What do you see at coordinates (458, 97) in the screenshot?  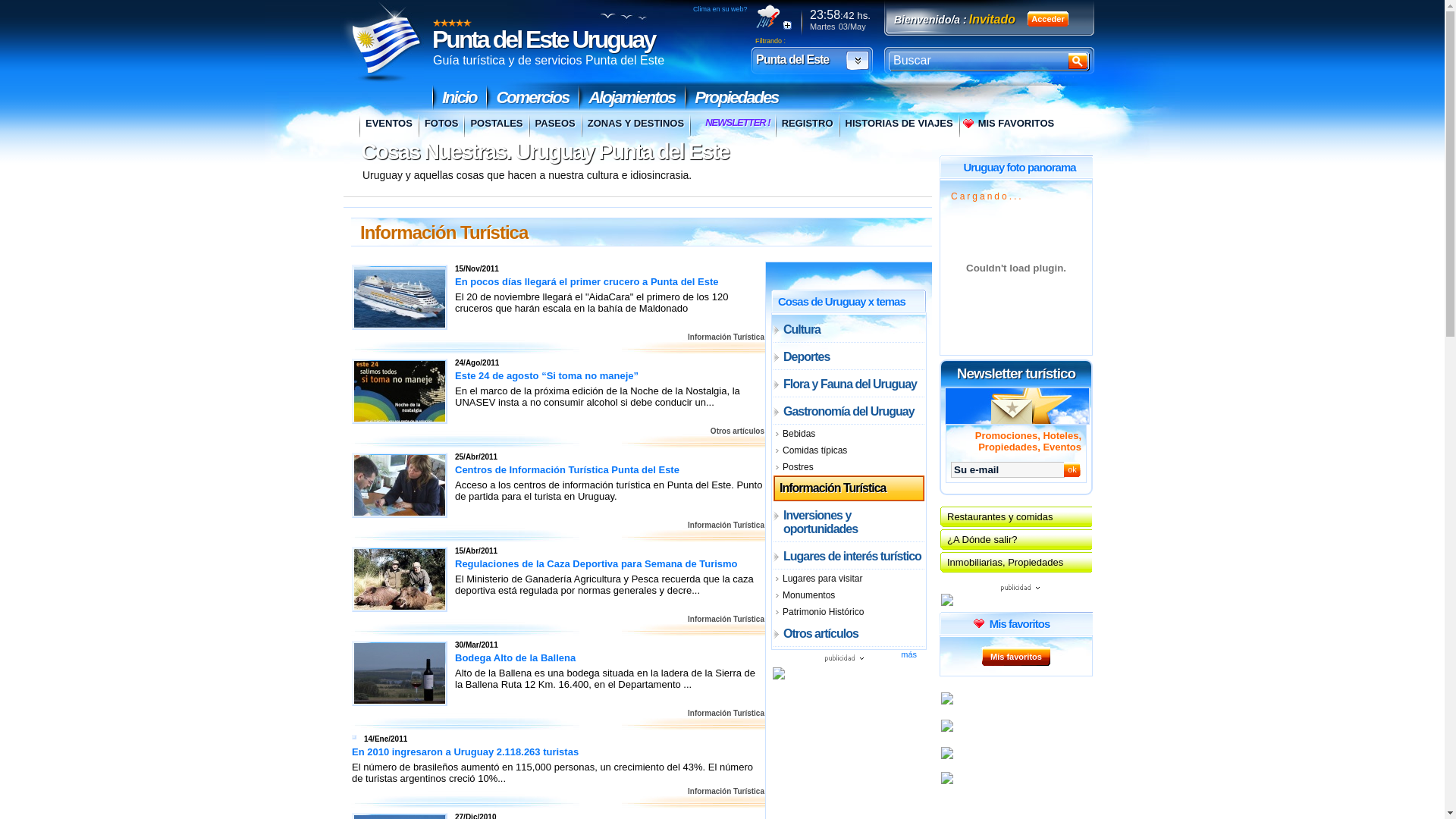 I see `'Inicio'` at bounding box center [458, 97].